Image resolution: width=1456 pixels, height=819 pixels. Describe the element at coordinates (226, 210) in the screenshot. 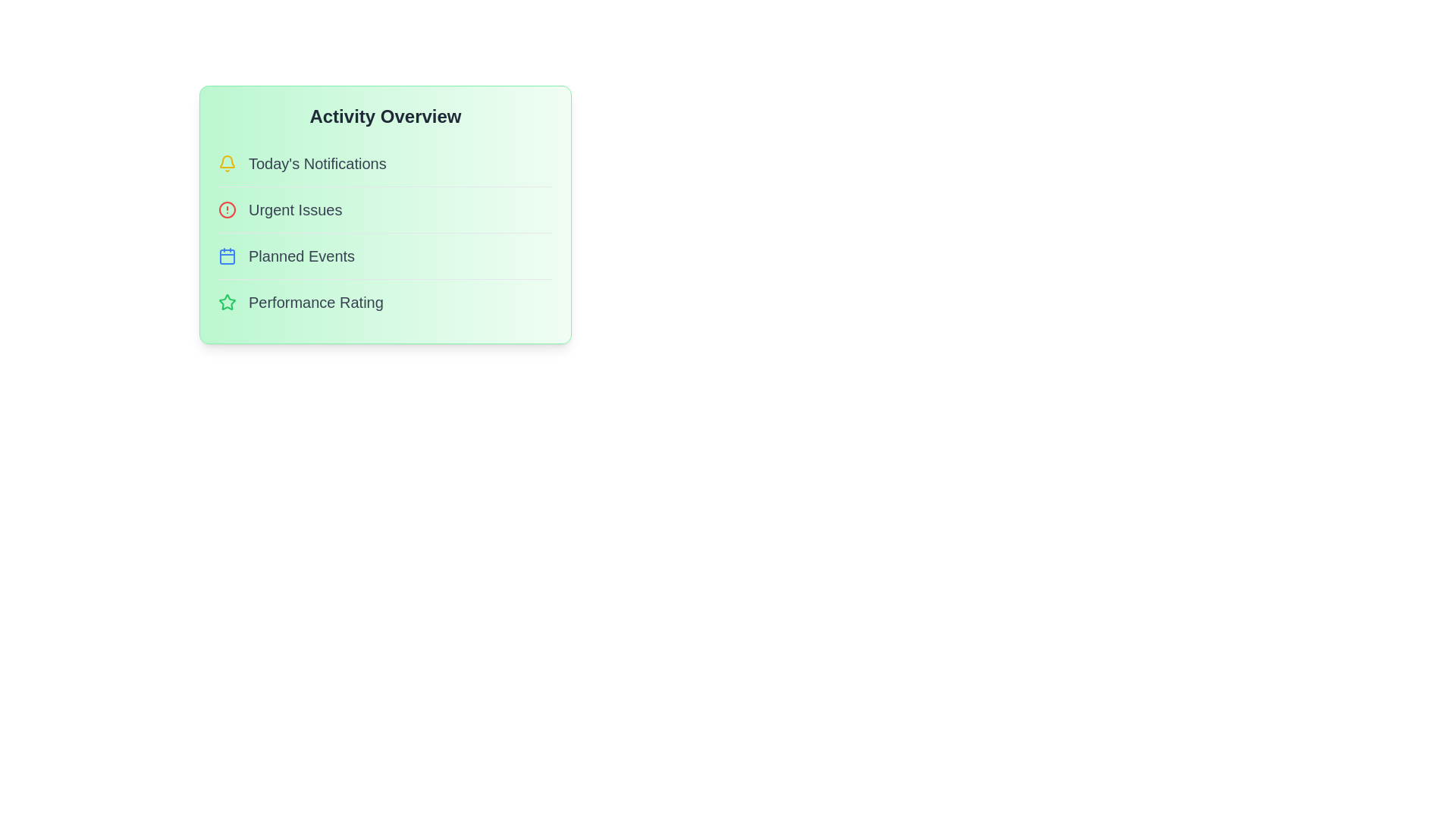

I see `the alert or warning icon located in the 'Activity Overview' section, adjacent to the 'Urgent Issues' label` at that location.